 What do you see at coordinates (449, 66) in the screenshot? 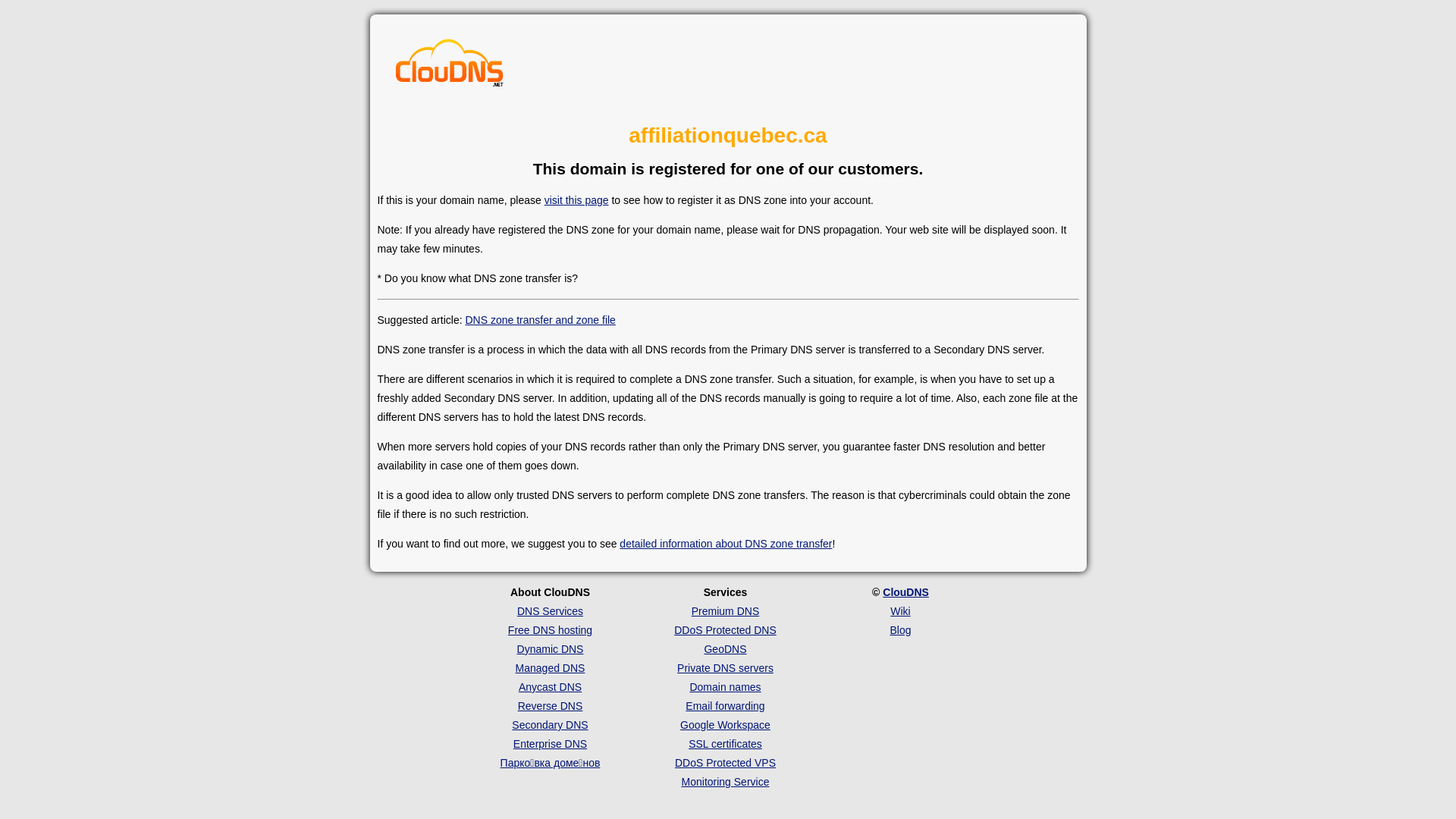
I see `'Cloud DNS'` at bounding box center [449, 66].